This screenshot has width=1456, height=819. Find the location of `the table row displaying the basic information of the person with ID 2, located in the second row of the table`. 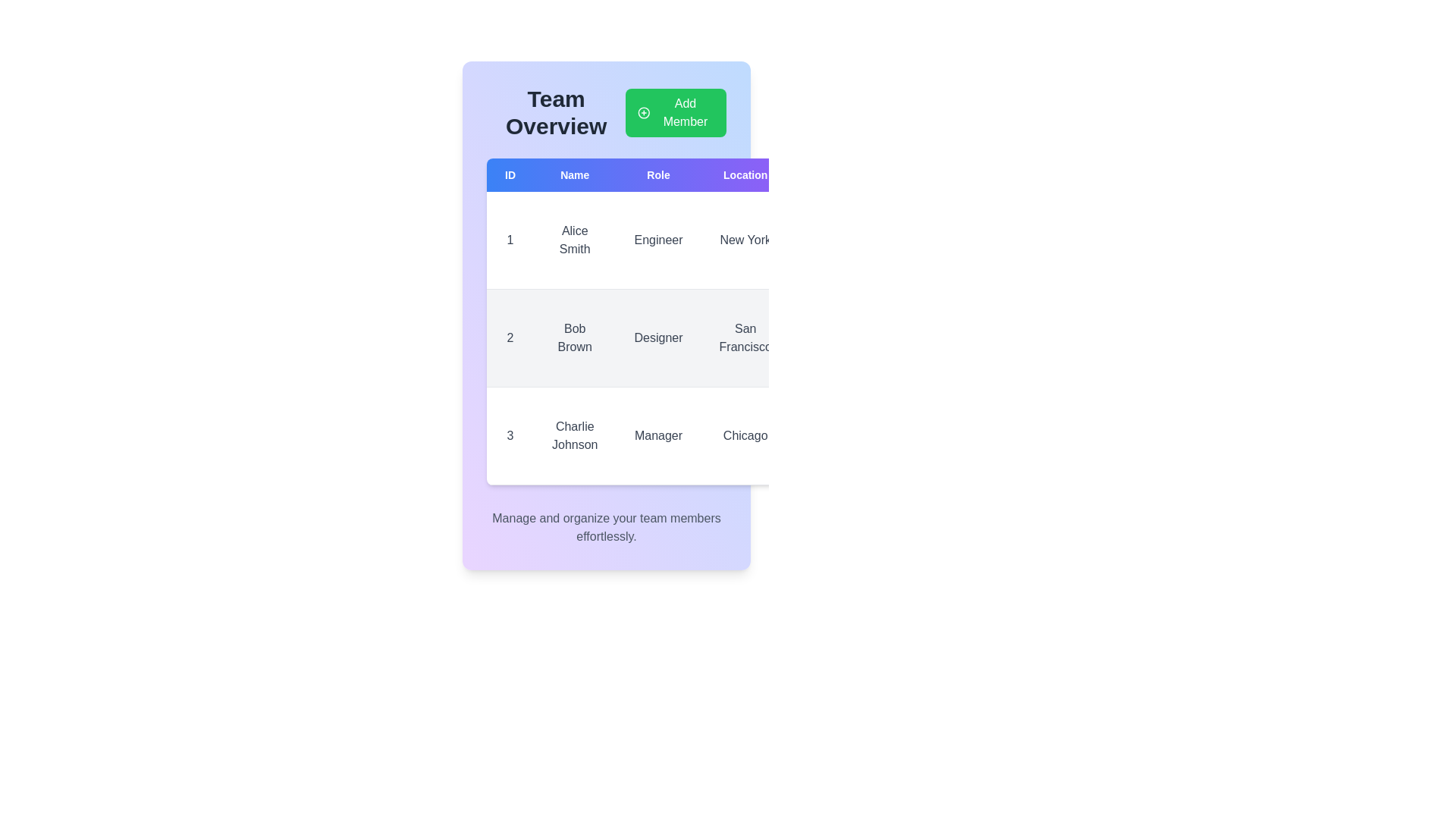

the table row displaying the basic information of the person with ID 2, located in the second row of the table is located at coordinates (675, 337).